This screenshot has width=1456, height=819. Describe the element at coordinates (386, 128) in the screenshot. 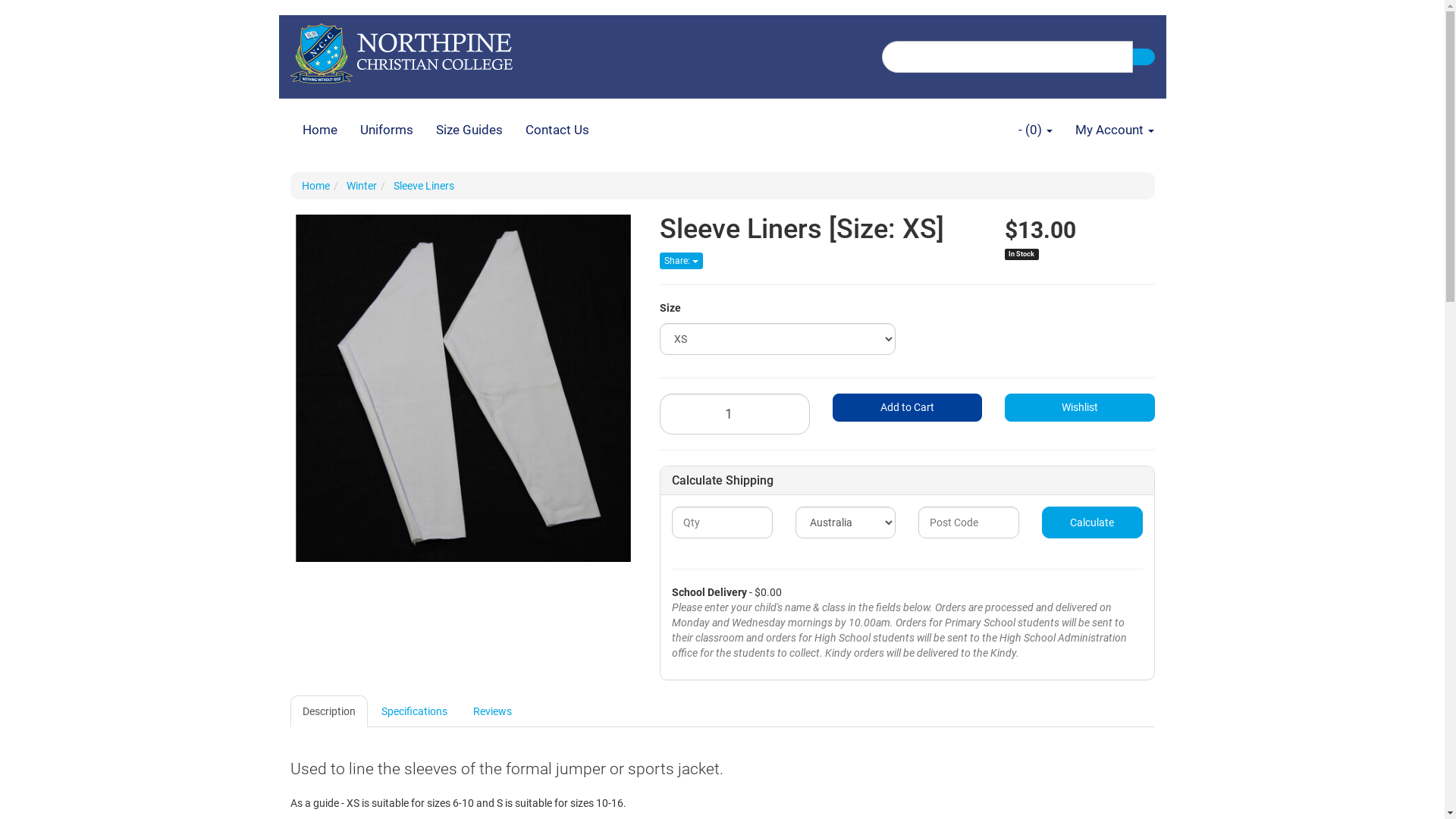

I see `'Uniforms'` at that location.